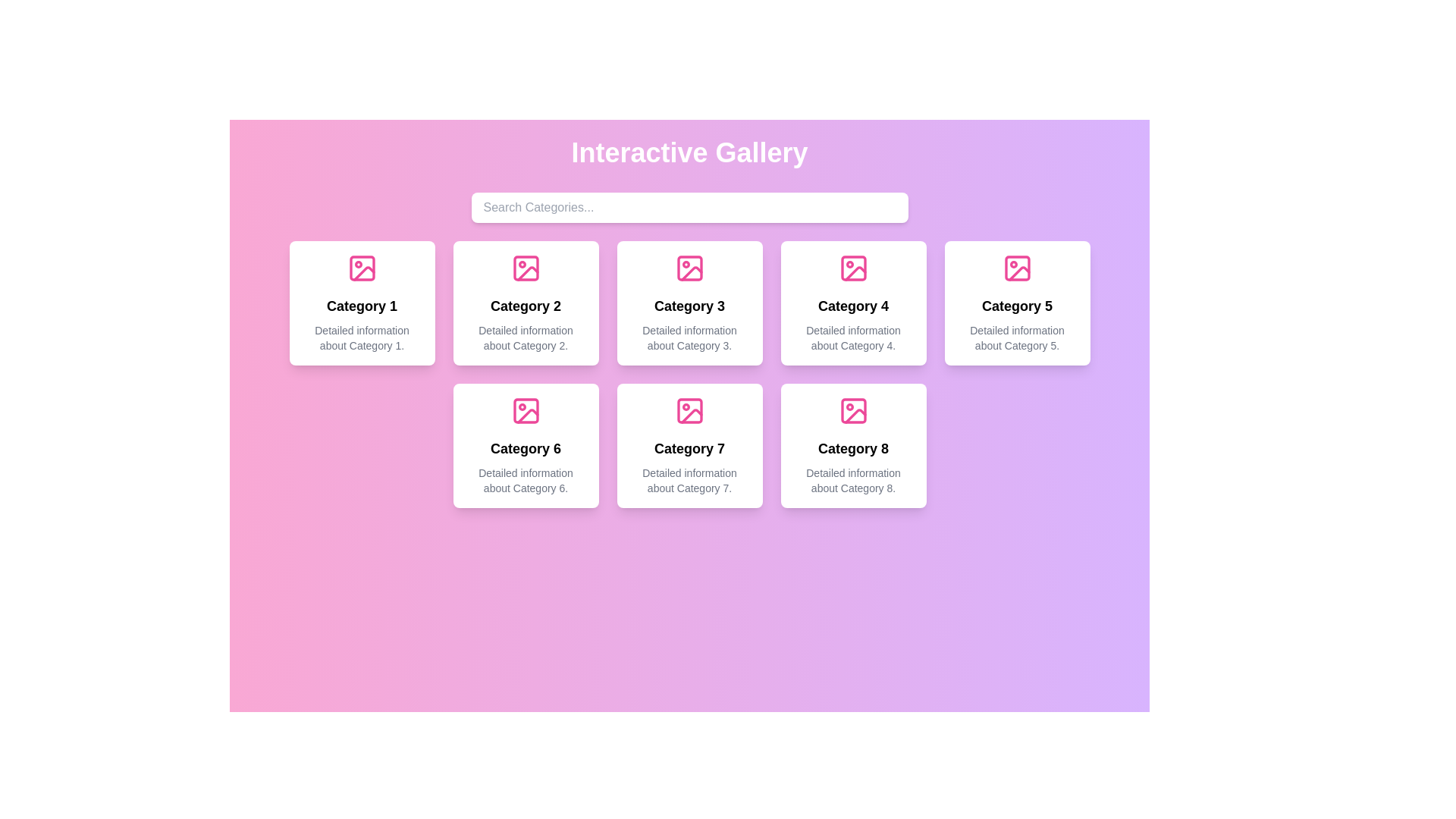  What do you see at coordinates (689, 411) in the screenshot?
I see `the graphical icon component located in the top-left corner of the image symbol for Category 7` at bounding box center [689, 411].